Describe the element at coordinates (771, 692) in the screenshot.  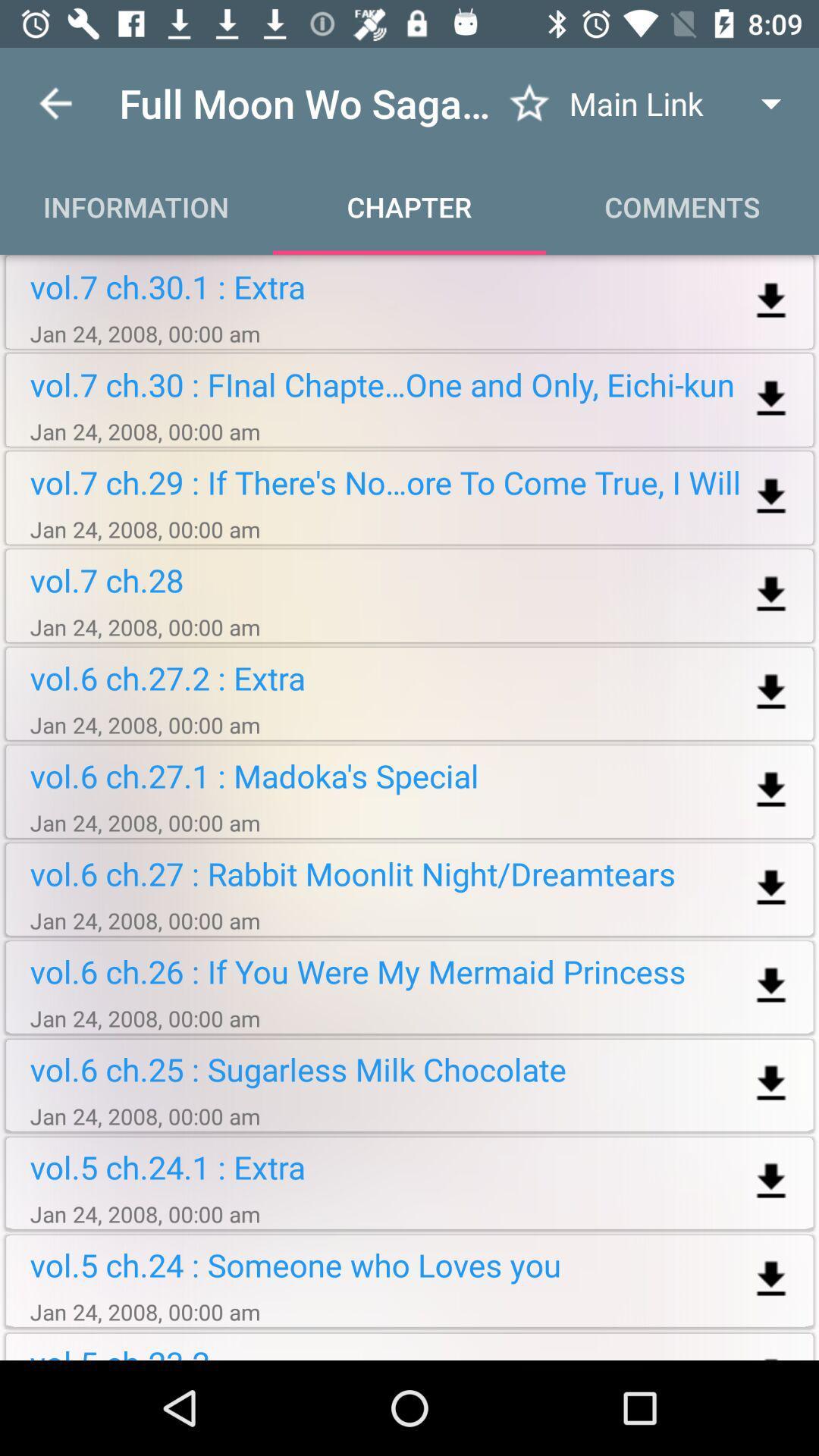
I see `file` at that location.